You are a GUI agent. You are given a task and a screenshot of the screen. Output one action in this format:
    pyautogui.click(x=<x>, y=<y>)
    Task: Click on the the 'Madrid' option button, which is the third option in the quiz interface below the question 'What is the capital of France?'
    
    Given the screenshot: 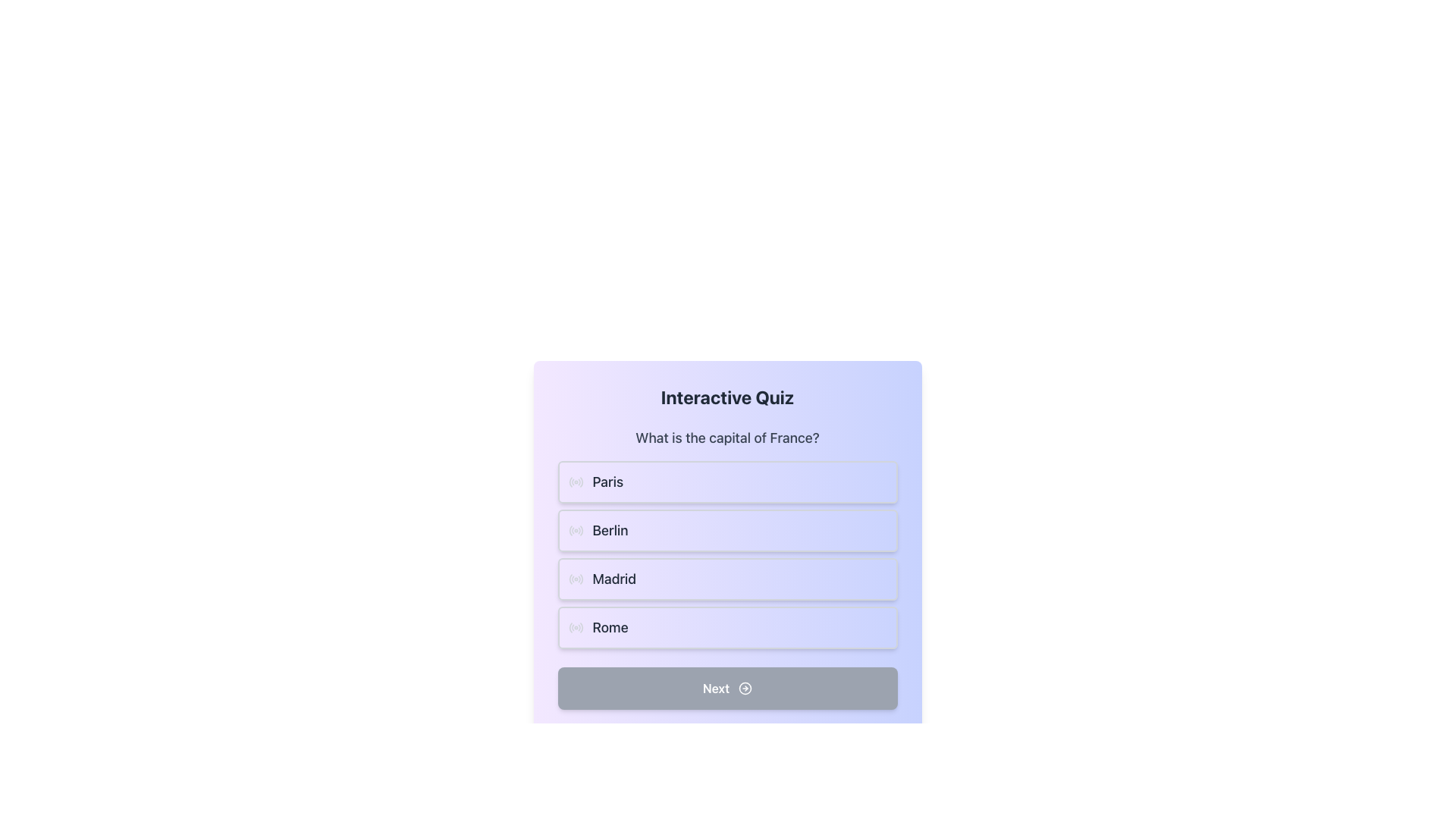 What is the action you would take?
    pyautogui.click(x=726, y=564)
    